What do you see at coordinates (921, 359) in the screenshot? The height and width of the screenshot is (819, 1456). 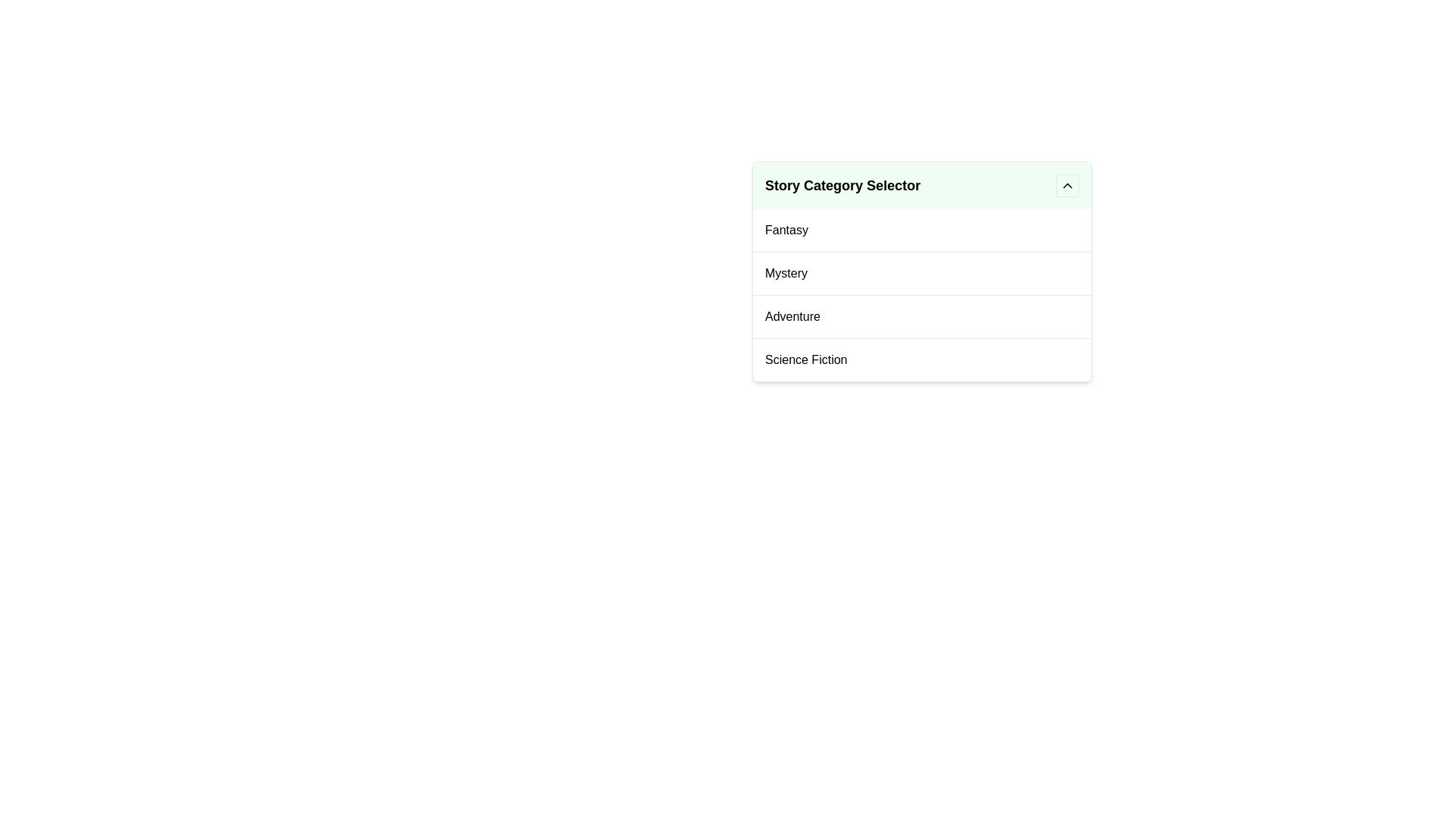 I see `the 'Science Fiction' list item in the 'Story Category Selector' dropdown` at bounding box center [921, 359].